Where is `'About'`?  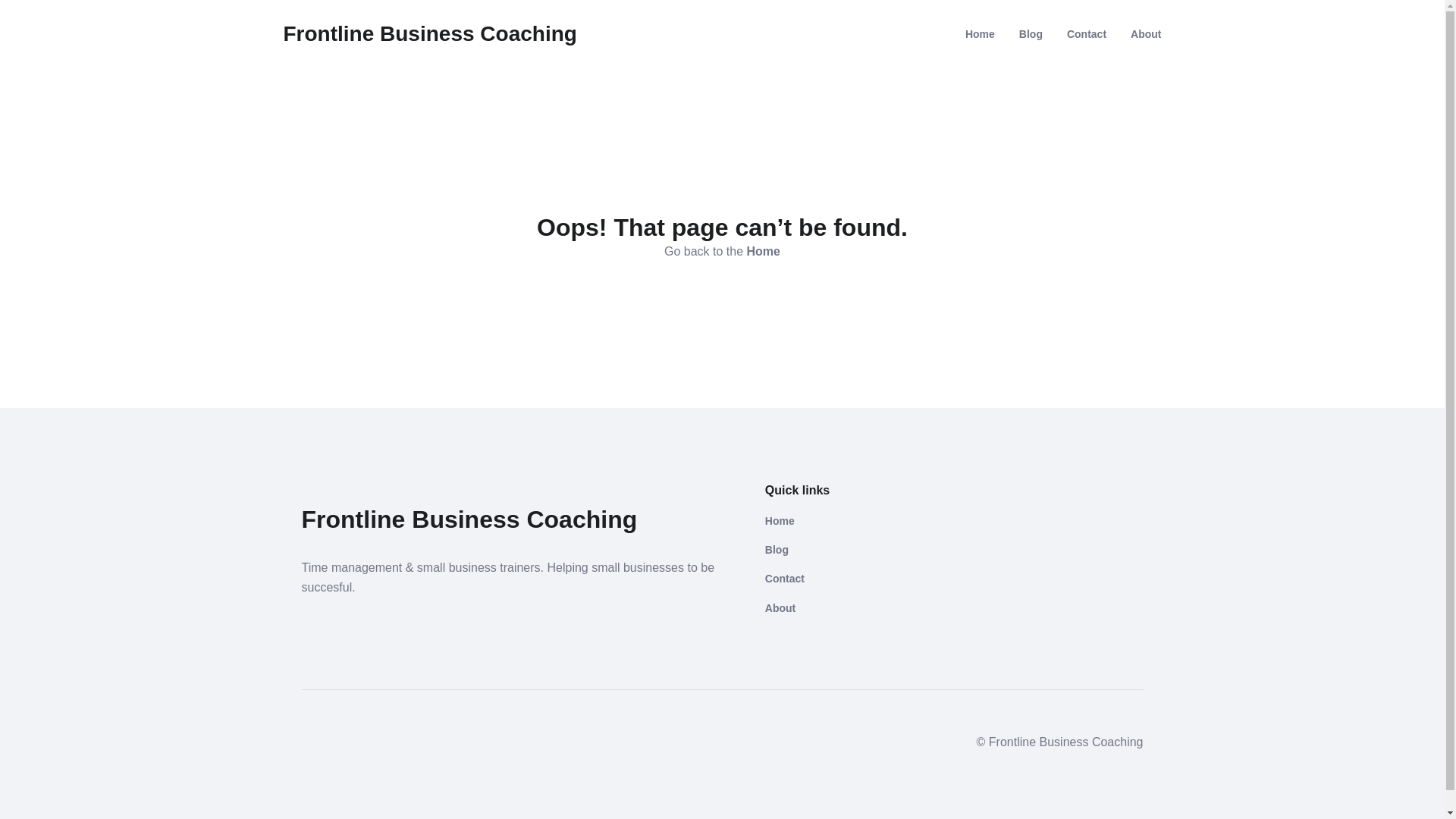
'About' is located at coordinates (850, 607).